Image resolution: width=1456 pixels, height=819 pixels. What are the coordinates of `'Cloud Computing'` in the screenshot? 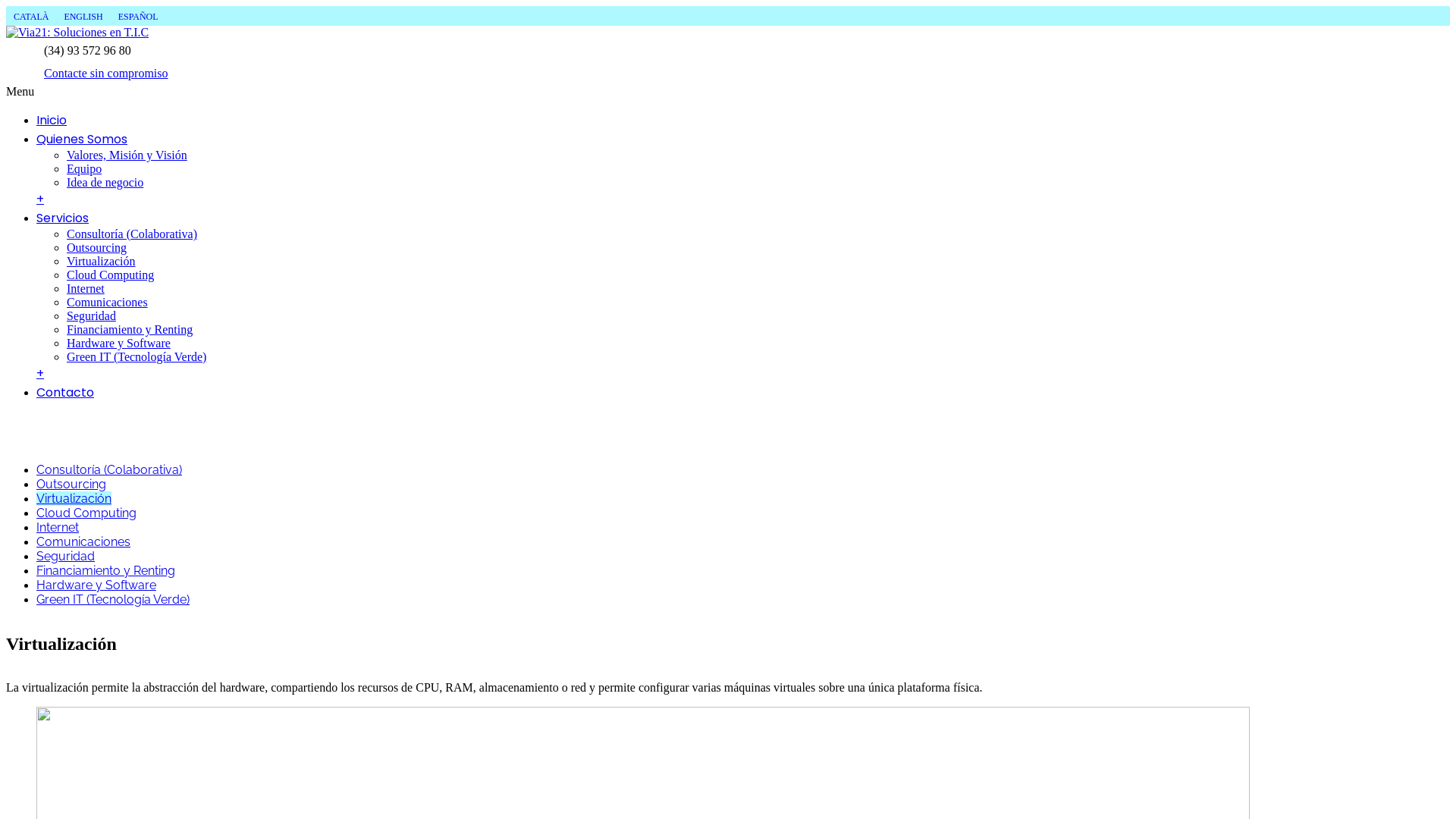 It's located at (36, 512).